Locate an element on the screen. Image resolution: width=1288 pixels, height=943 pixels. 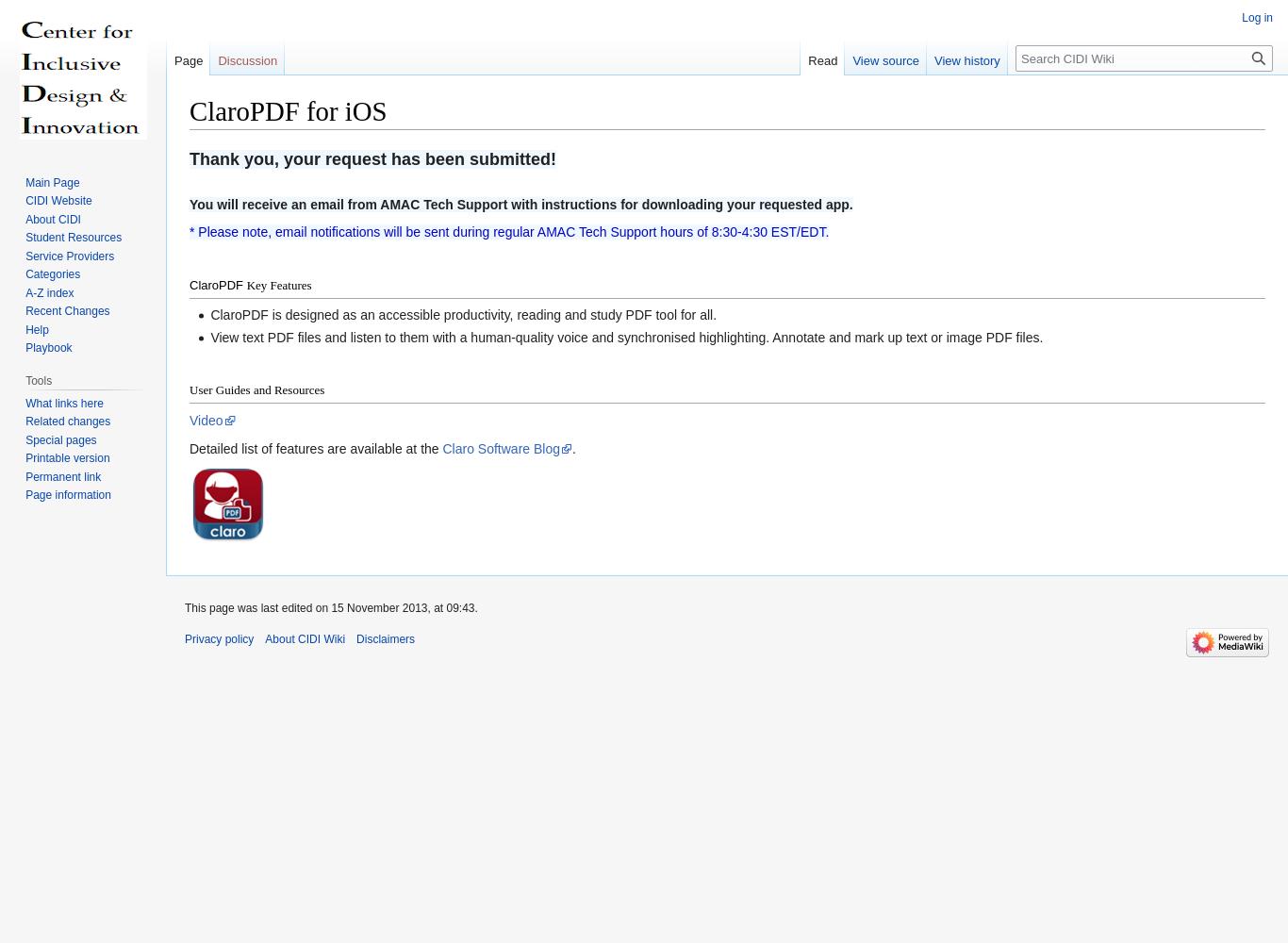
'Detailed list of features are available at the' is located at coordinates (315, 447).